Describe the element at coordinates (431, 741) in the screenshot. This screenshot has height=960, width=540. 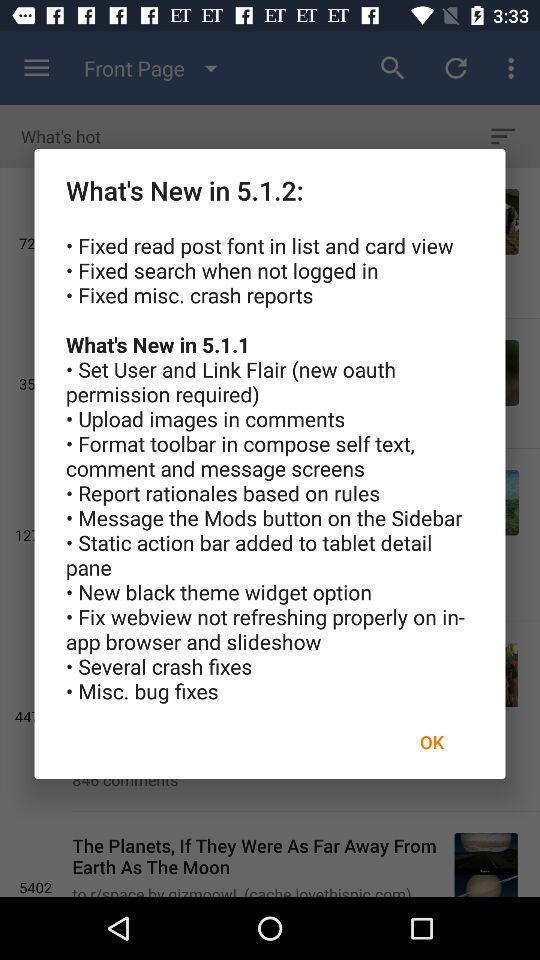
I see `item below fixed read post` at that location.